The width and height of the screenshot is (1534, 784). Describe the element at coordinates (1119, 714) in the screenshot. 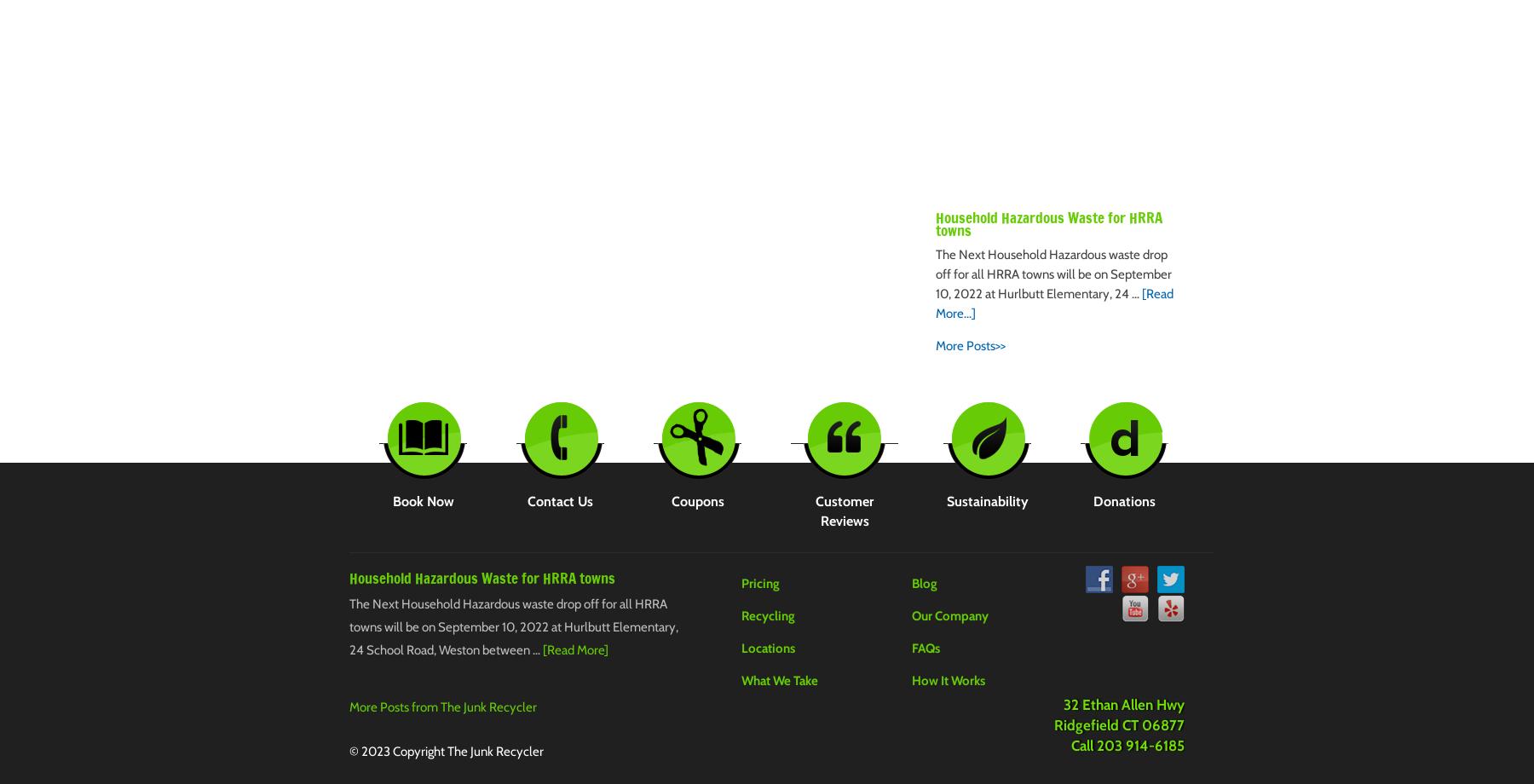

I see `'32 Ethan Allen Hwy Ridgefield CT 06877'` at that location.